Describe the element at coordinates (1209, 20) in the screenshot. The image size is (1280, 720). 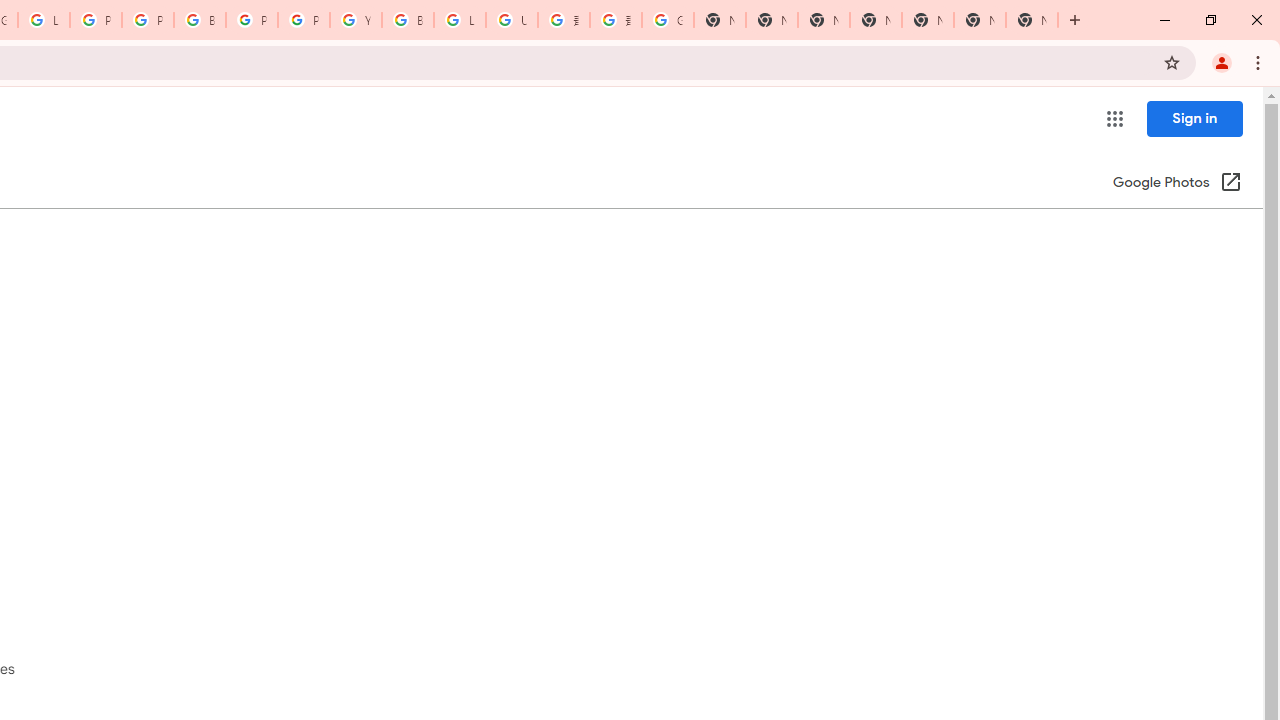
I see `'Restore'` at that location.